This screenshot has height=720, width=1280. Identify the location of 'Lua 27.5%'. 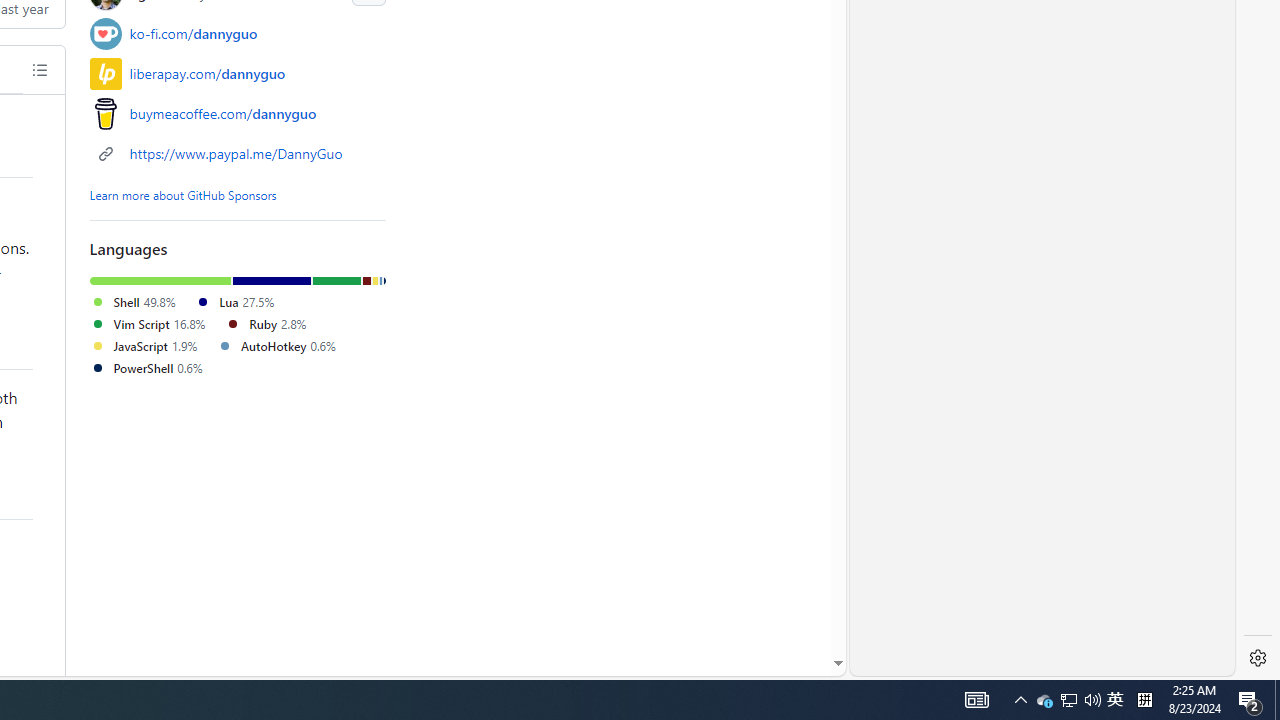
(234, 301).